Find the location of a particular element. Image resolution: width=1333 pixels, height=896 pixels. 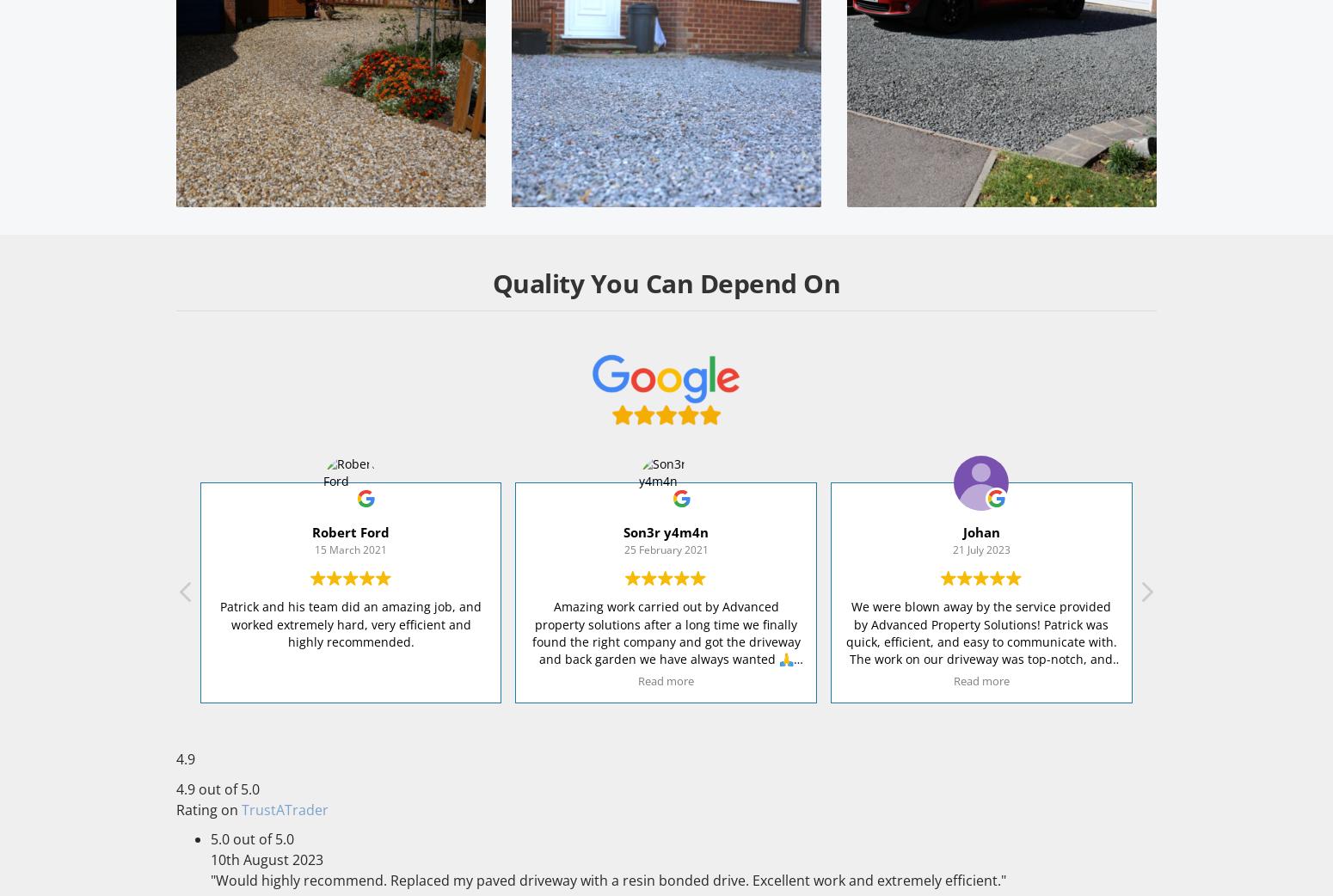

'21 July 2023' is located at coordinates (951, 549).